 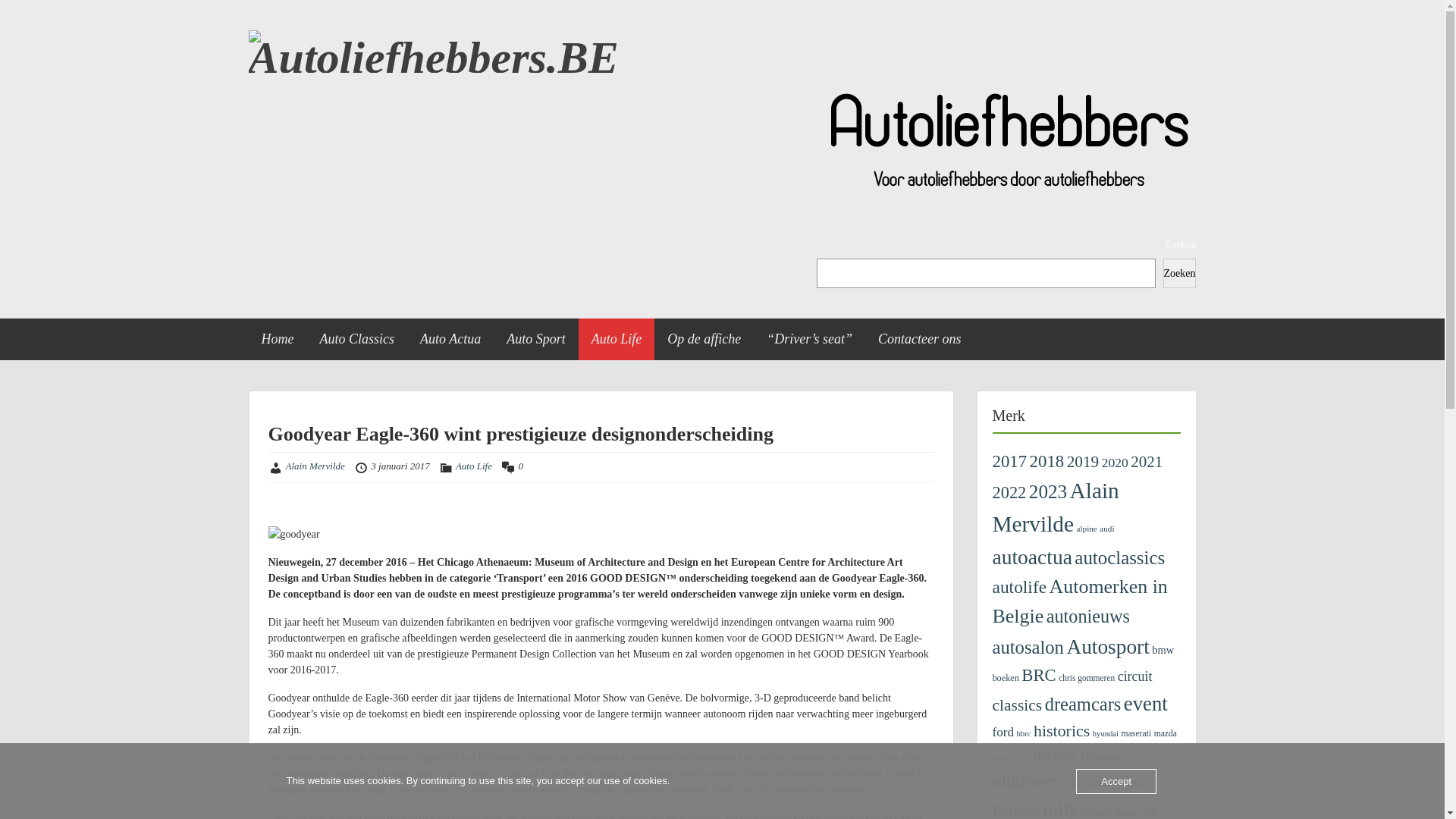 What do you see at coordinates (1019, 586) in the screenshot?
I see `'autolife'` at bounding box center [1019, 586].